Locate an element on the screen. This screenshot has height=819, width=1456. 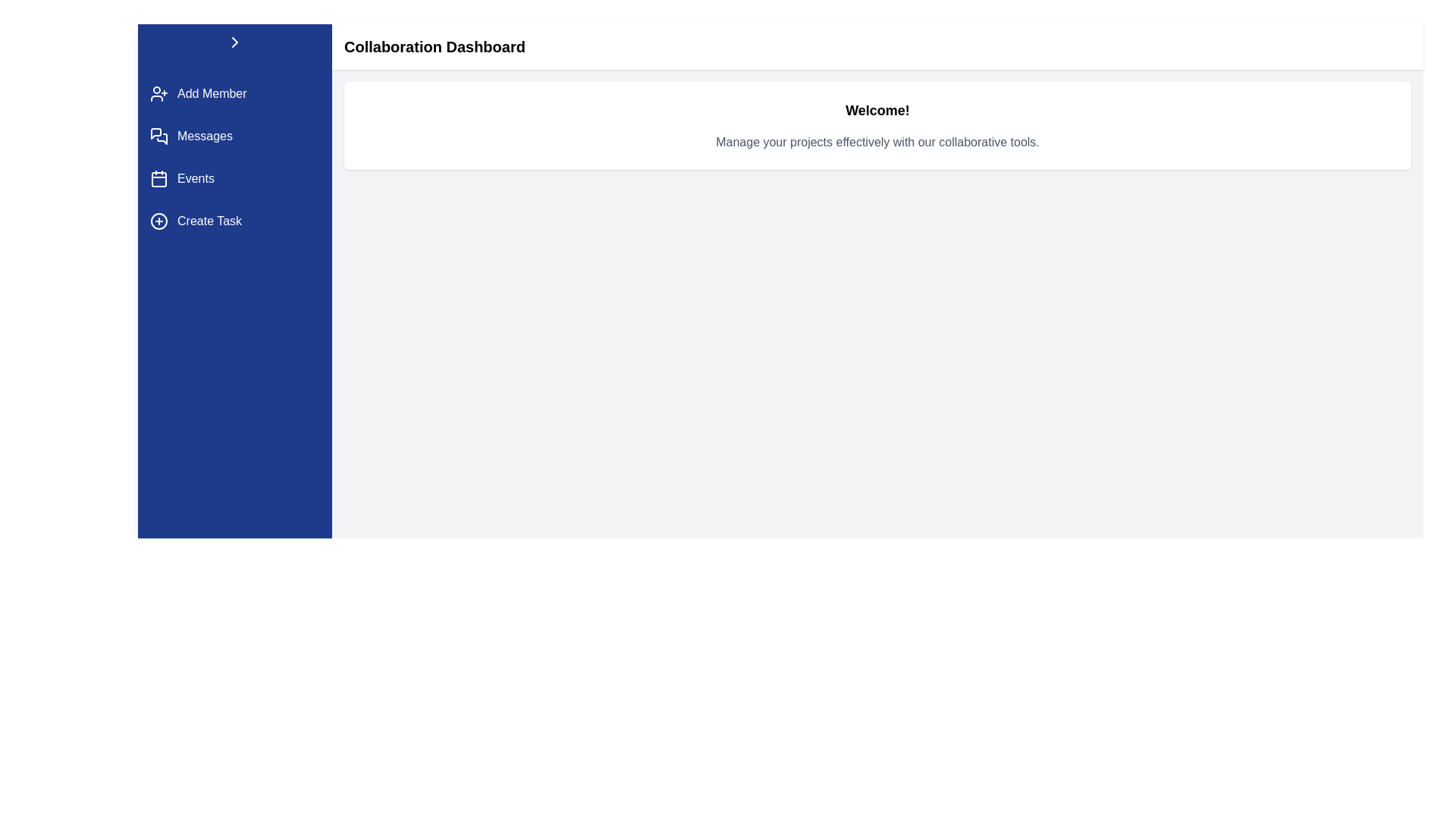
the Text label in the vertical navigation bar, located below the 'Events' option is located at coordinates (209, 221).